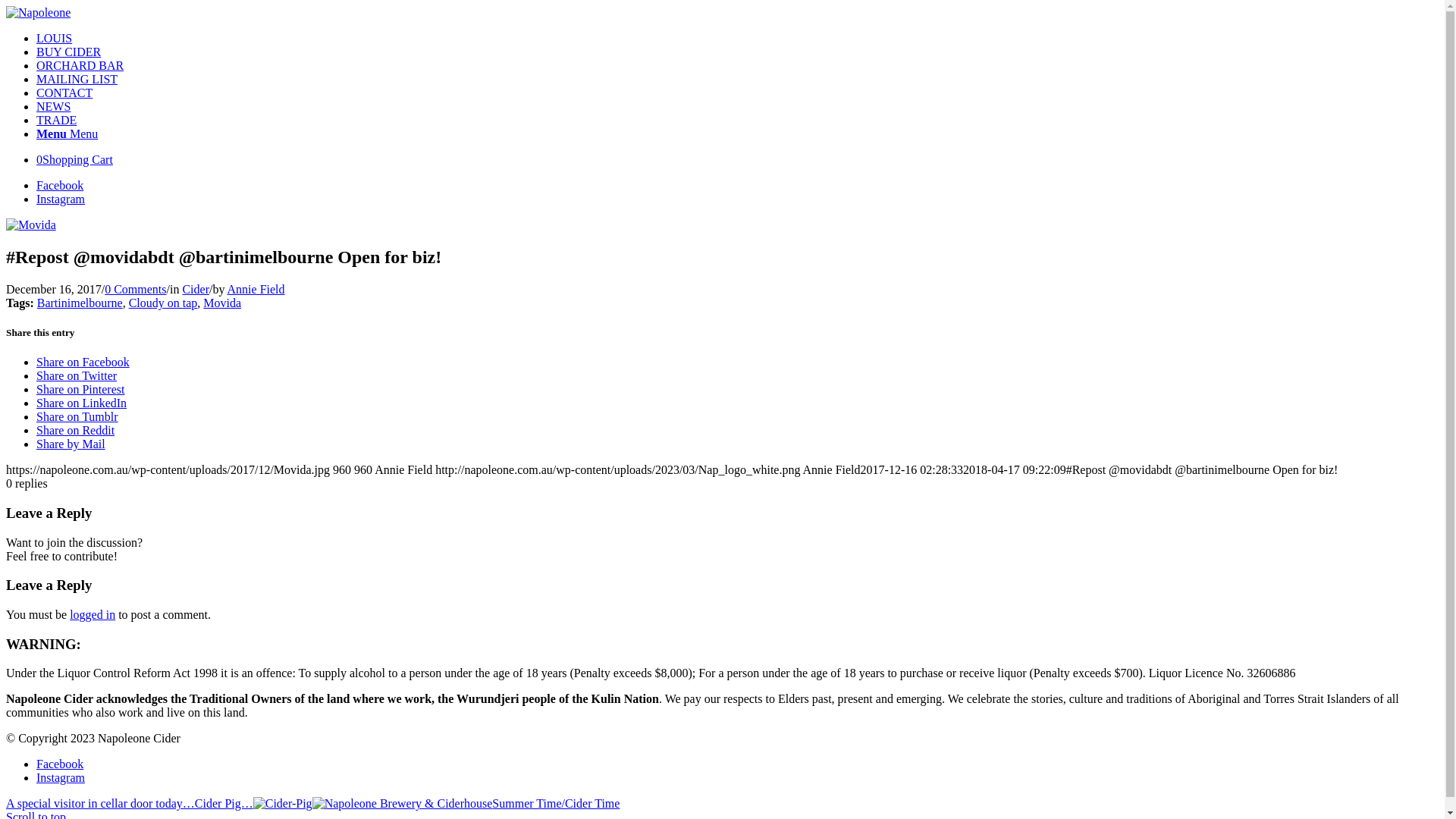 The height and width of the screenshot is (819, 1456). What do you see at coordinates (79, 303) in the screenshot?
I see `'Bartinimelbourne'` at bounding box center [79, 303].